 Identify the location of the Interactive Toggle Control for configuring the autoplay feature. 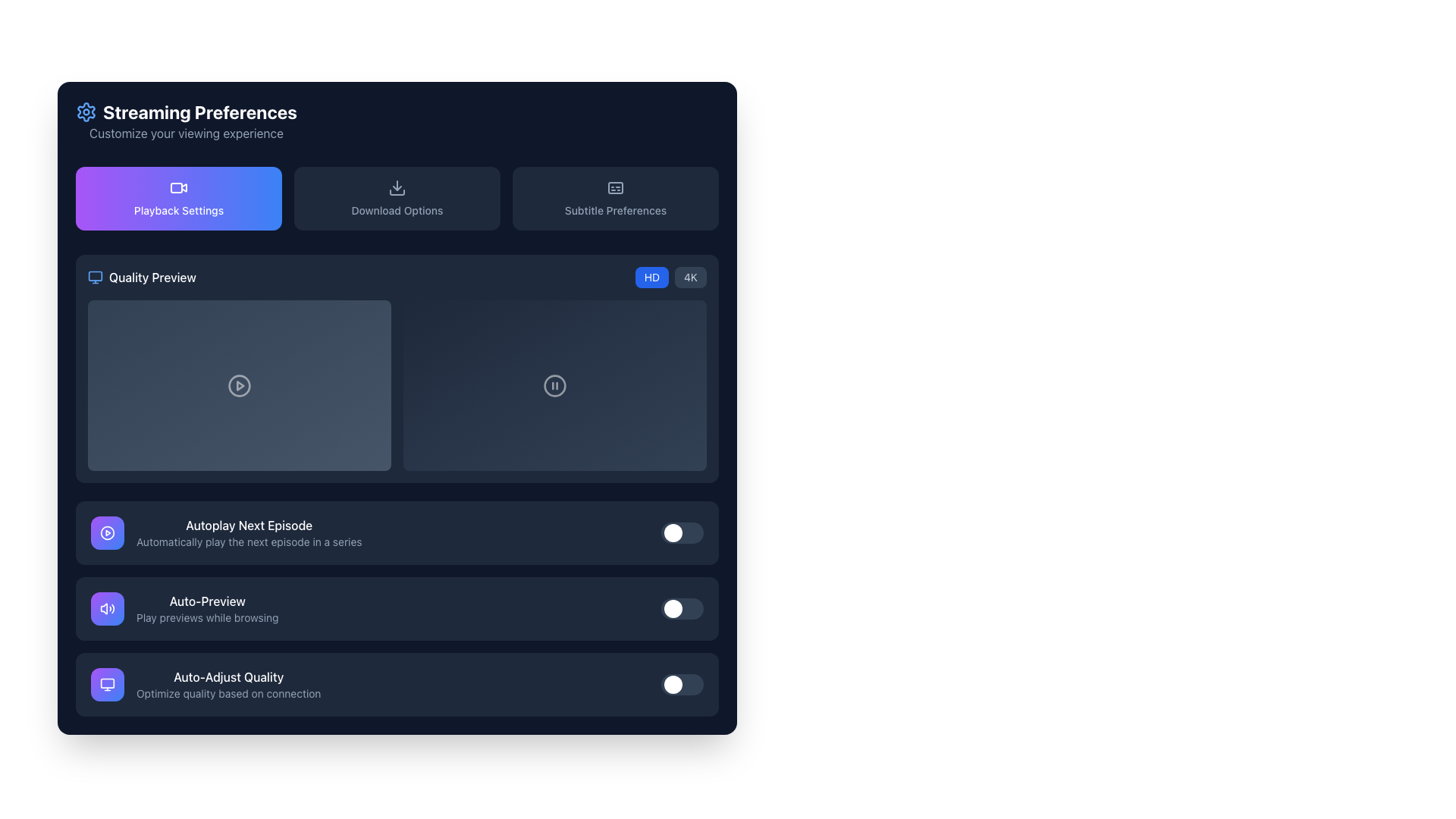
(397, 532).